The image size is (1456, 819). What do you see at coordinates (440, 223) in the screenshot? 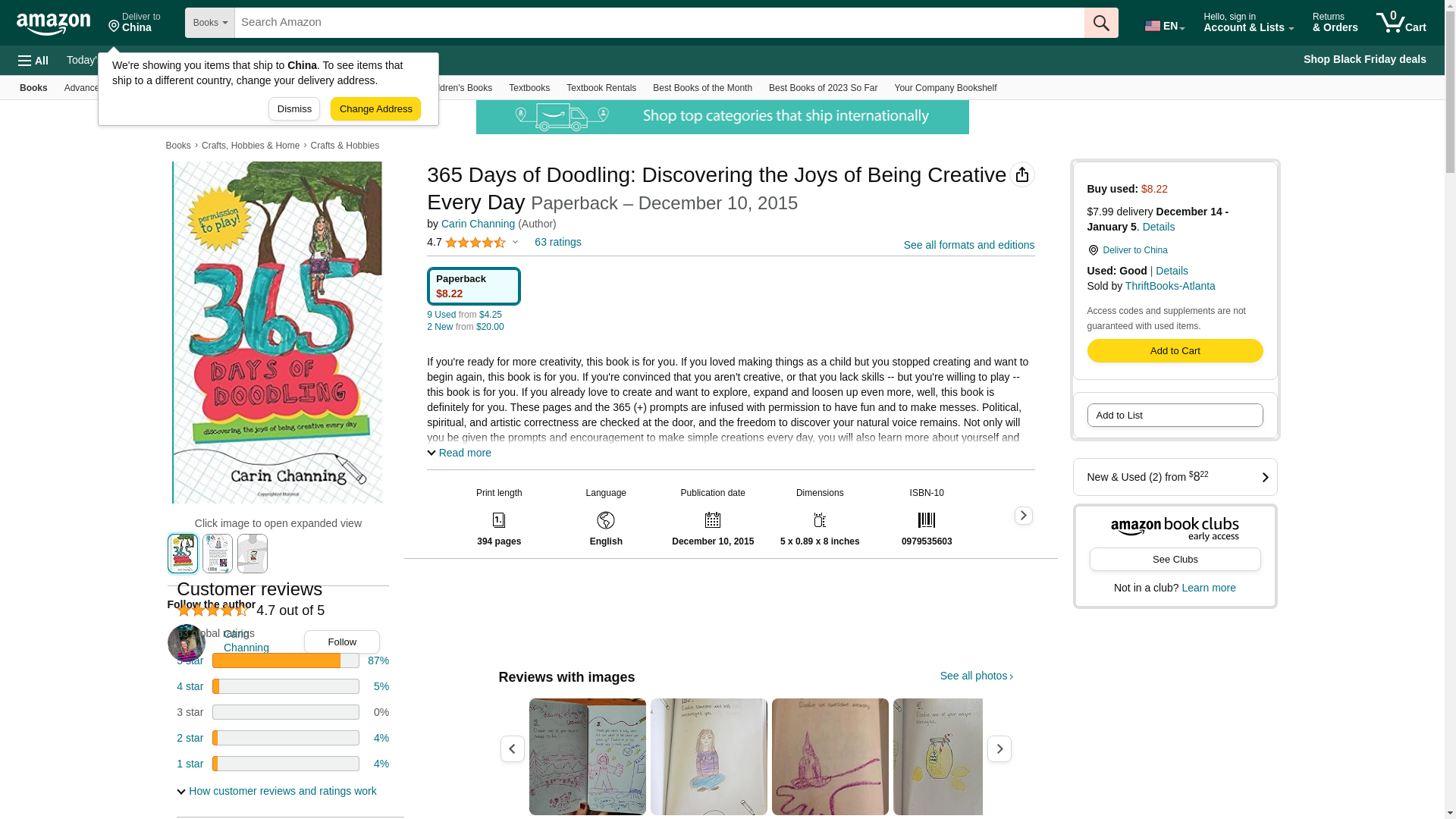
I see `'Carin Channing'` at bounding box center [440, 223].